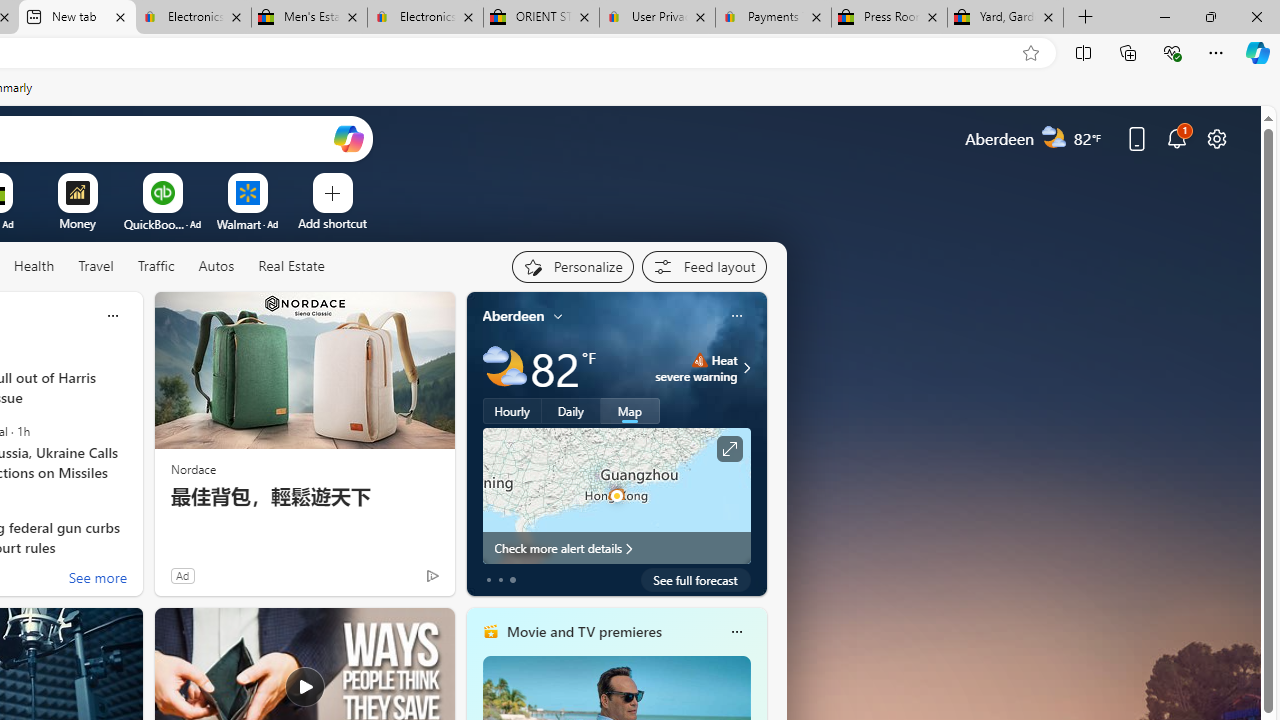  Describe the element at coordinates (570, 410) in the screenshot. I see `'Daily'` at that location.